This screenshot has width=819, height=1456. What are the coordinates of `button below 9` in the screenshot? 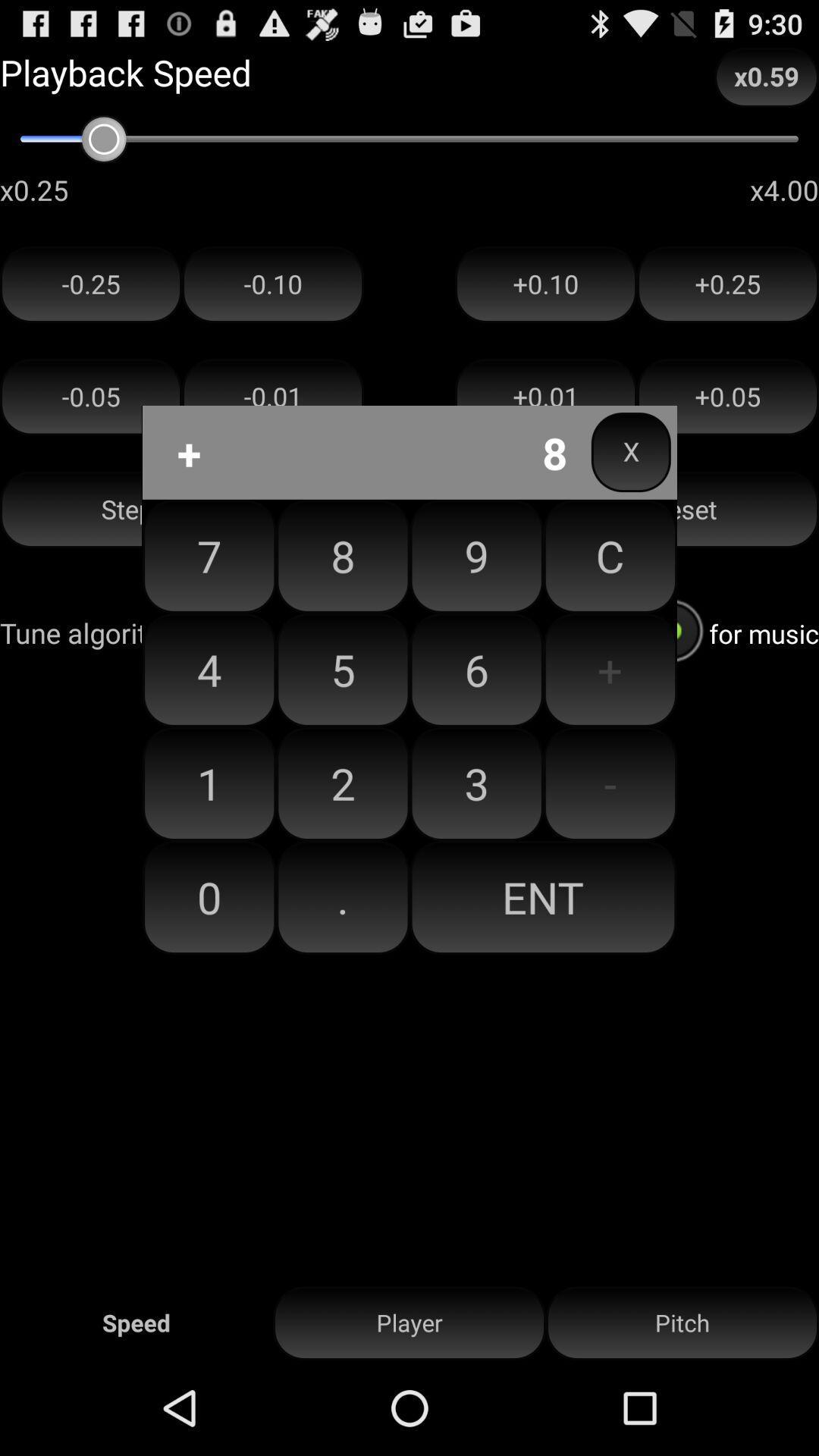 It's located at (609, 669).